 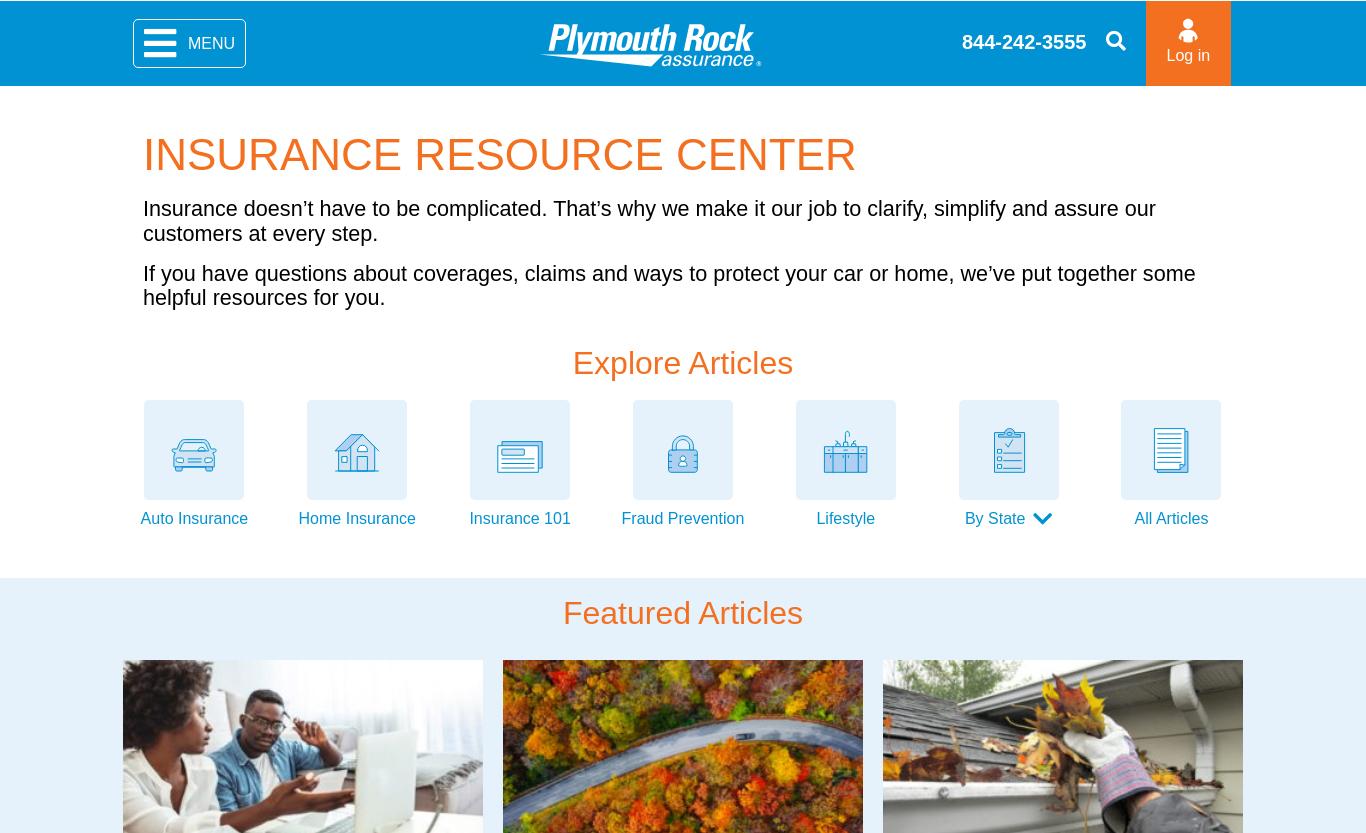 I want to click on 'Home Insurance', so click(x=355, y=517).